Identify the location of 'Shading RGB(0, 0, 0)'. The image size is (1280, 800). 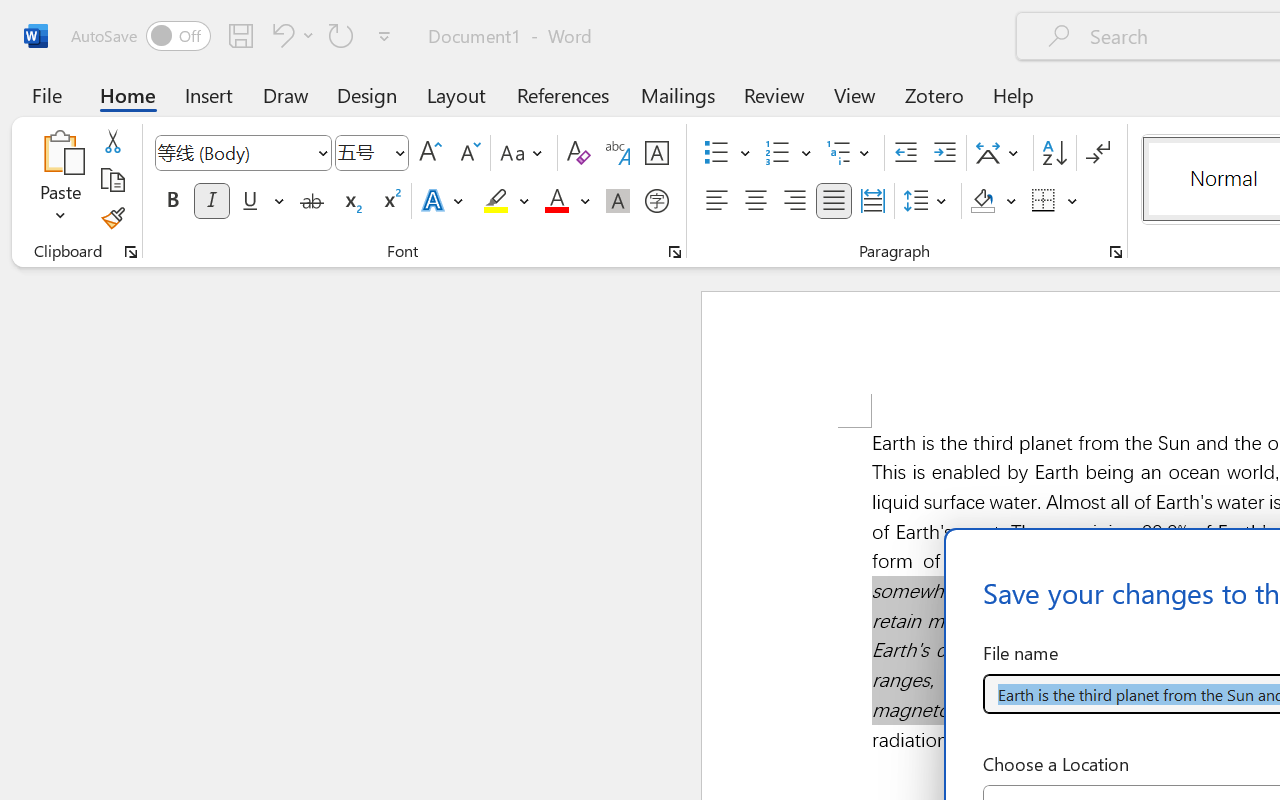
(983, 201).